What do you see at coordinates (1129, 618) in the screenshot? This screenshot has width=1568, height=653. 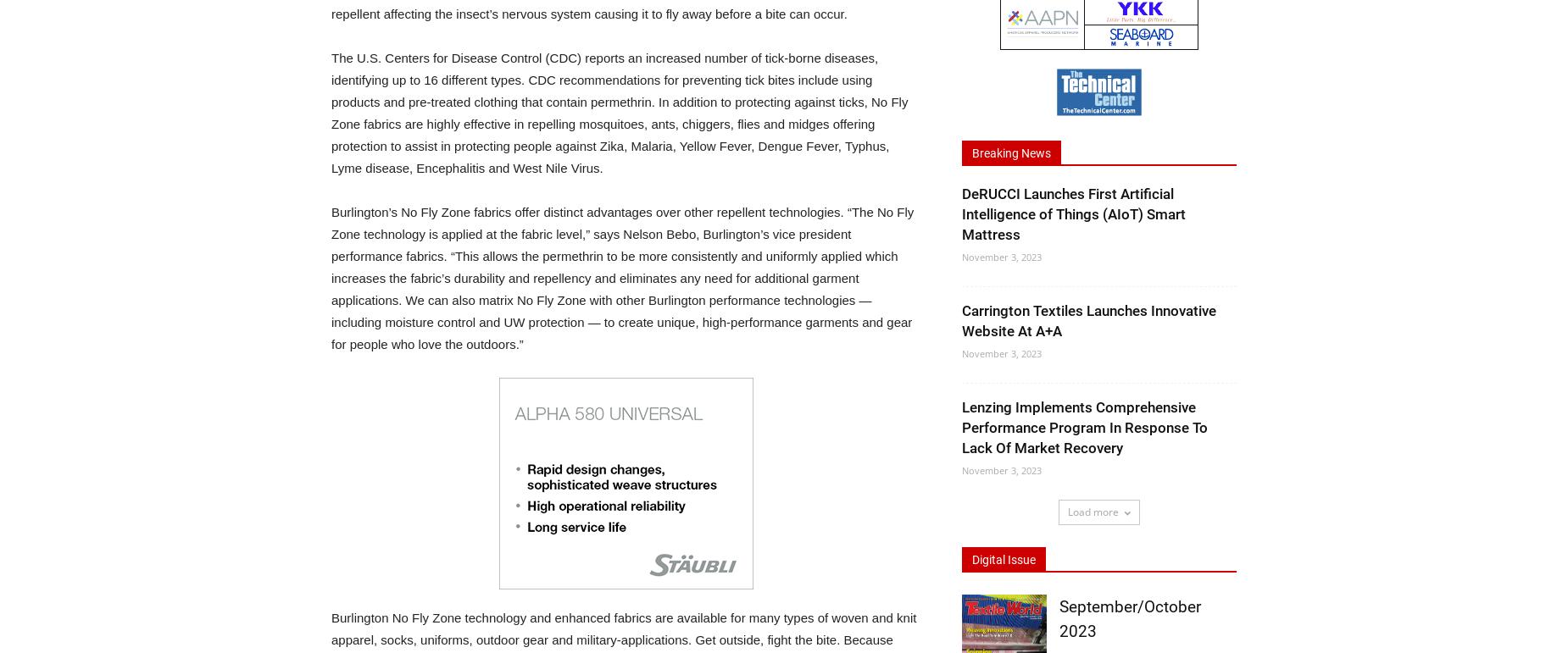 I see `'September/October 2023'` at bounding box center [1129, 618].